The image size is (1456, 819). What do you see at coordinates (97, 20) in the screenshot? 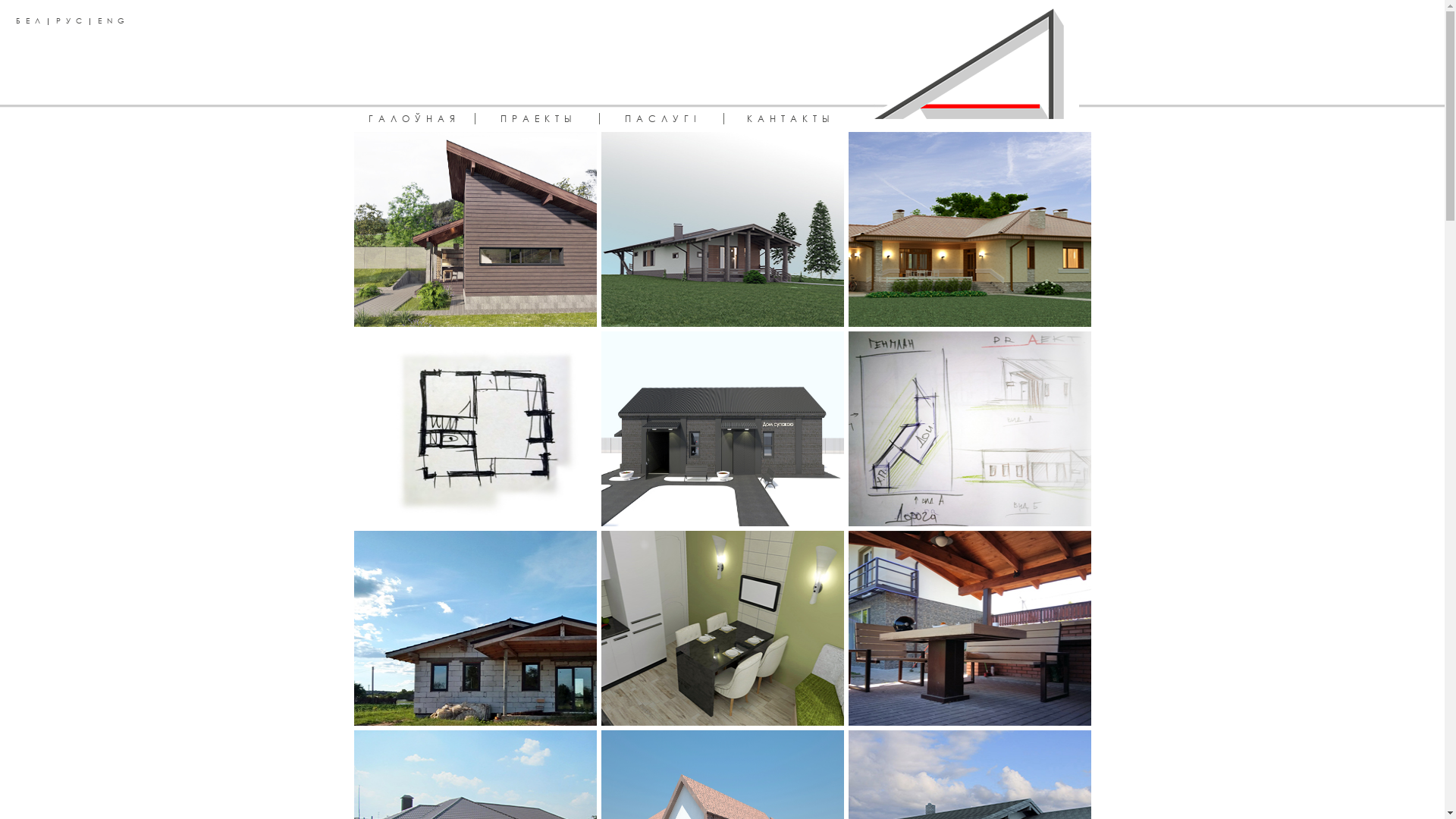
I see `'ENG'` at bounding box center [97, 20].